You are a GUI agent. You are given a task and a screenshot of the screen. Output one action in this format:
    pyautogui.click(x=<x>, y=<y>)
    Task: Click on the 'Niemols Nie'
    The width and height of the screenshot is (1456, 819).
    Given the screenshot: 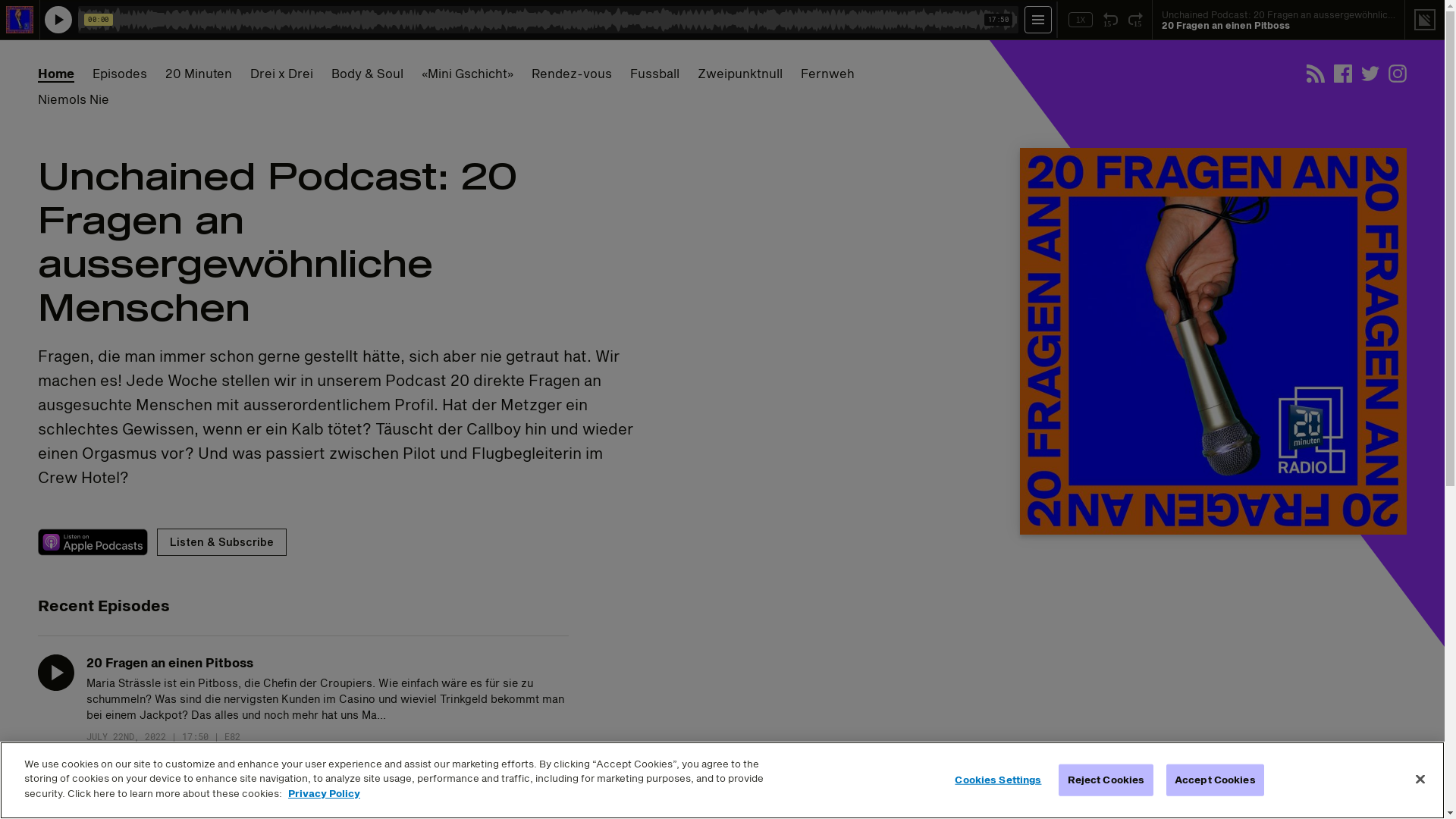 What is the action you would take?
    pyautogui.click(x=72, y=99)
    